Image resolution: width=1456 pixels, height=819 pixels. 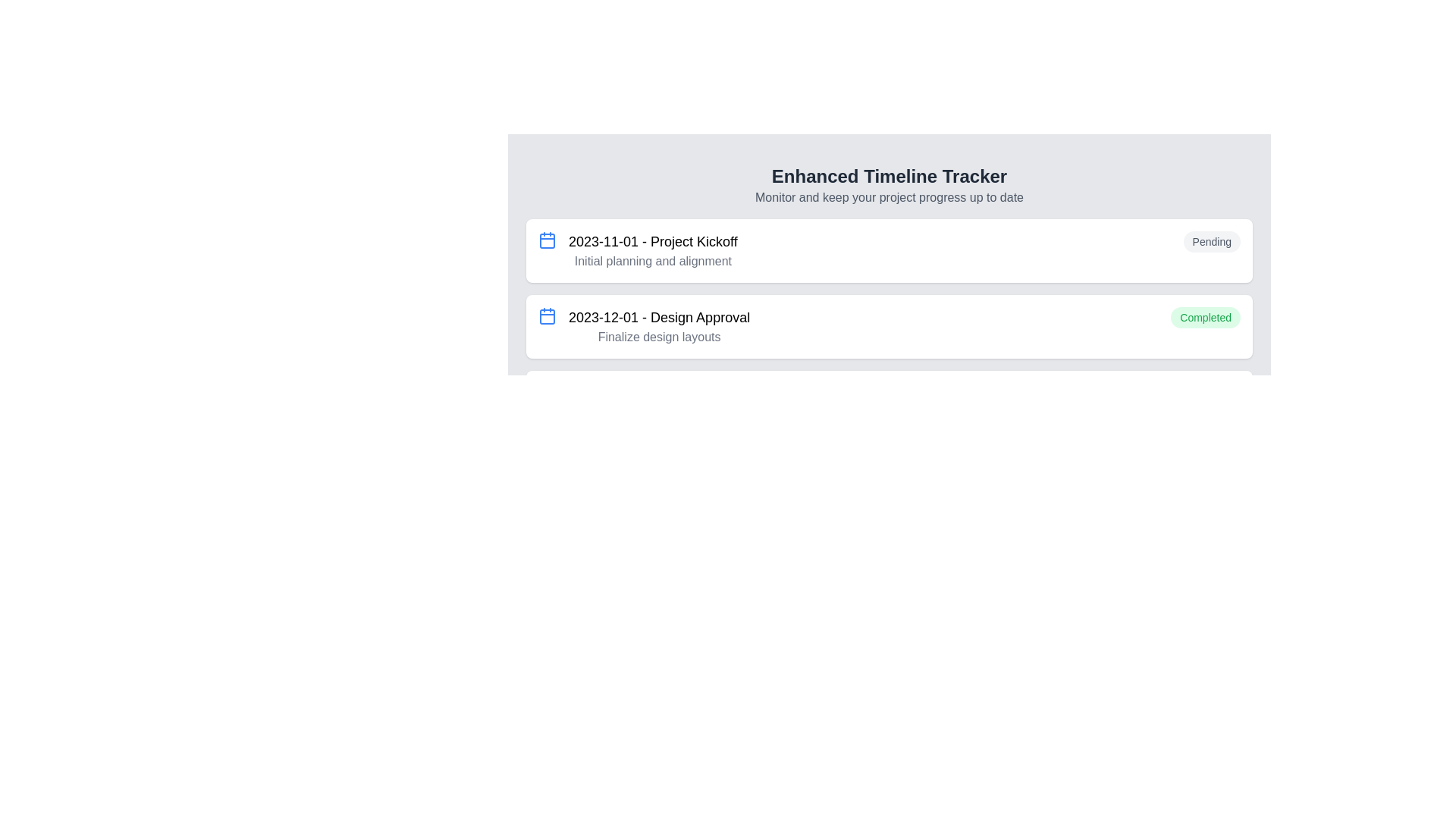 What do you see at coordinates (659, 326) in the screenshot?
I see `text from the Text Label which contains two lines: '2023-12-01 - Design Approval' and 'Finalize design layouts'` at bounding box center [659, 326].